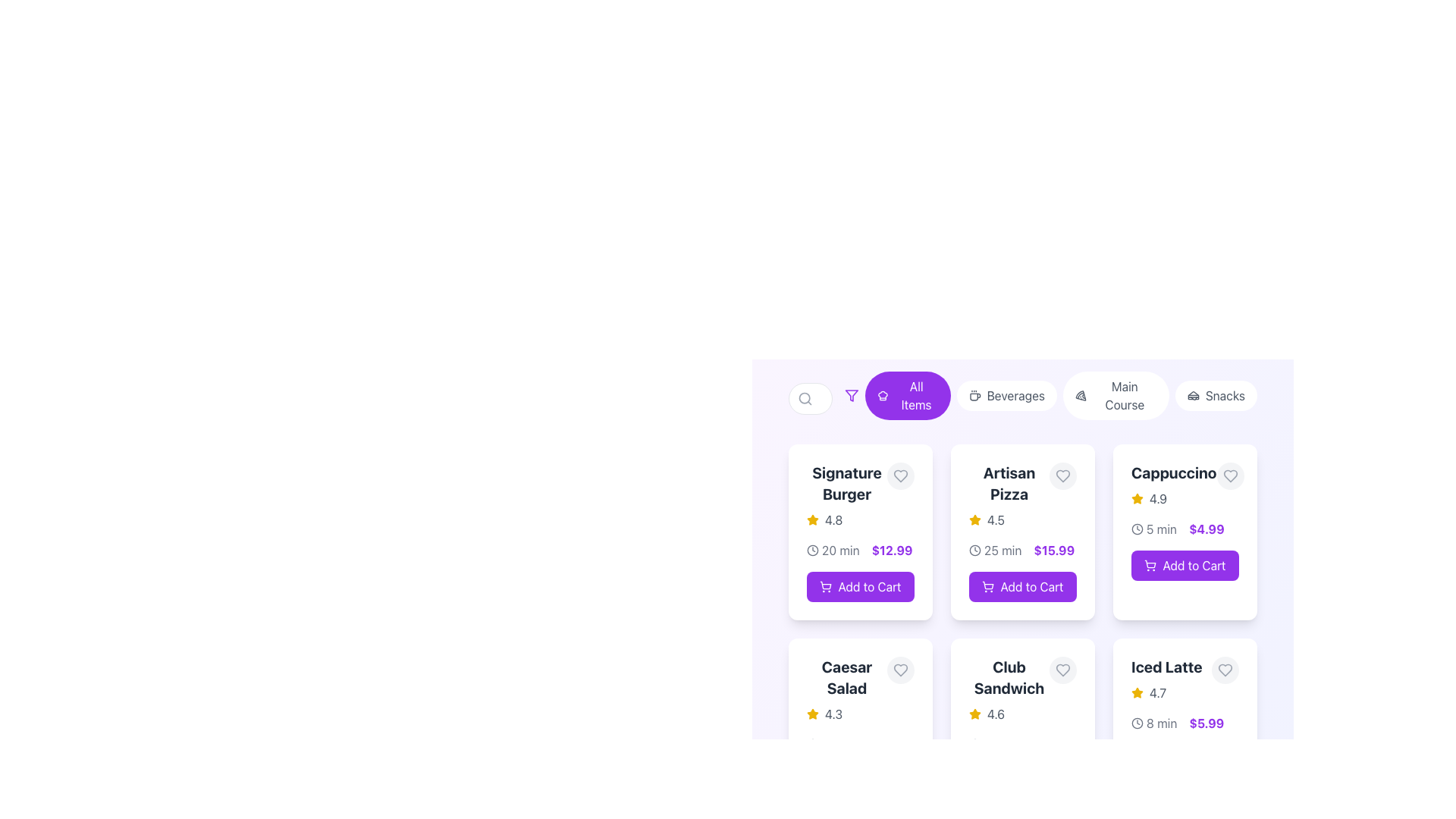  What do you see at coordinates (833, 714) in the screenshot?
I see `text label displaying the rating '4.3' in gray color, which is located next to a star icon in the rating section of the 'Caesar Salad' card` at bounding box center [833, 714].